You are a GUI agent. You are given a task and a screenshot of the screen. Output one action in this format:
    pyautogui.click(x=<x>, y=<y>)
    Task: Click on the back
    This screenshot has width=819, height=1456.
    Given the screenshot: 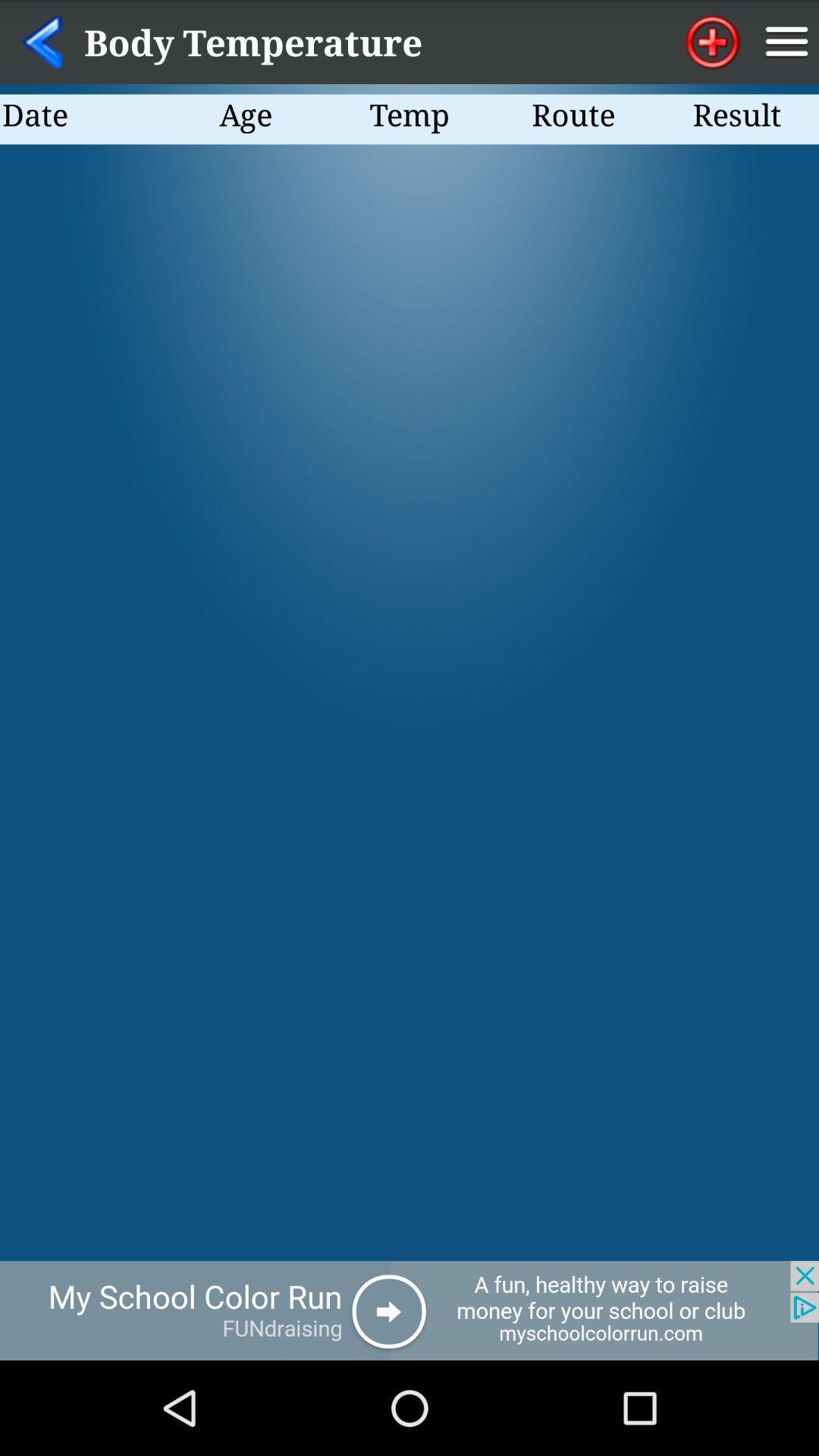 What is the action you would take?
    pyautogui.click(x=41, y=42)
    